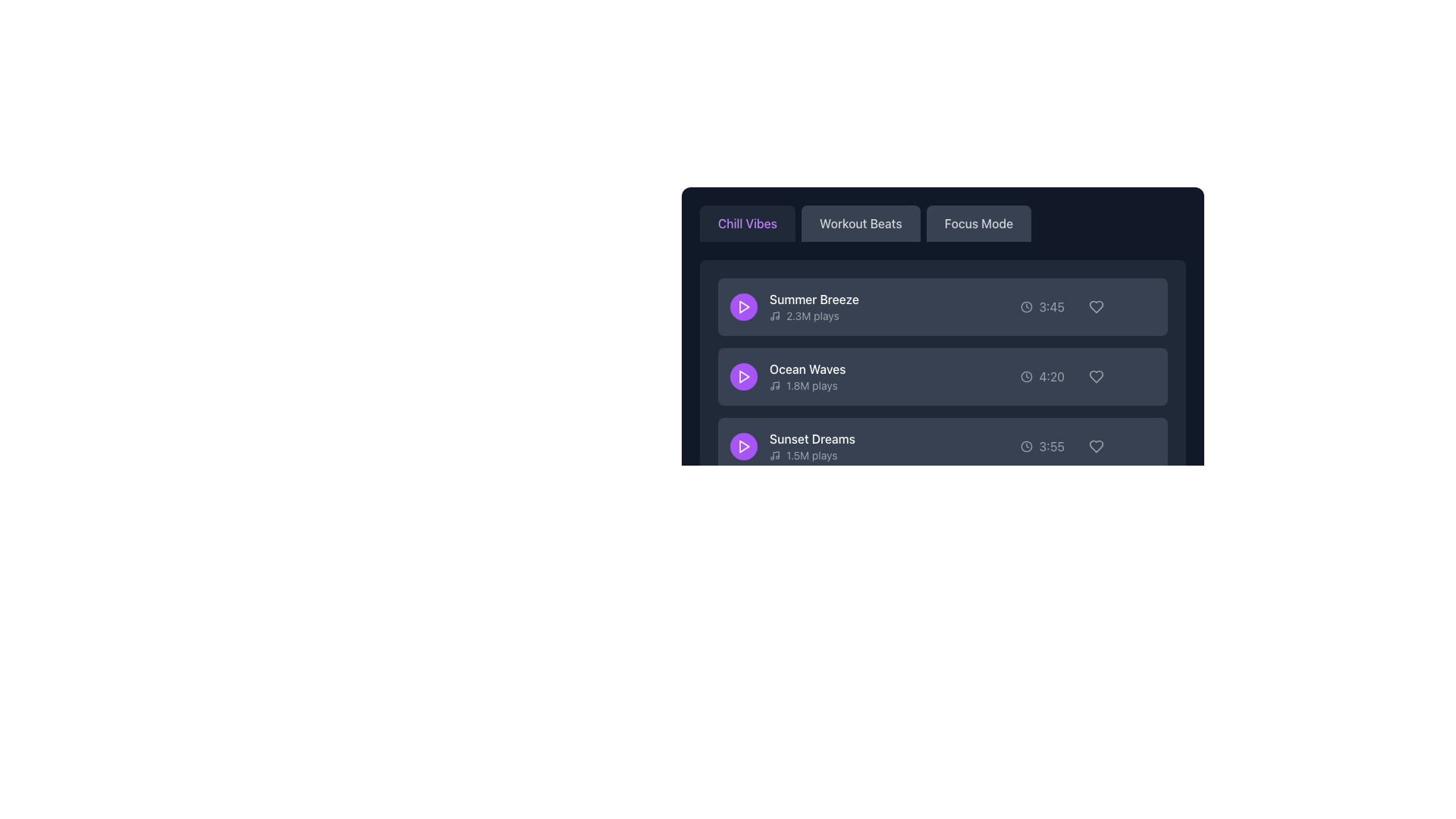 The image size is (1456, 819). I want to click on the text label displaying 'Ocean Waves', so click(788, 376).